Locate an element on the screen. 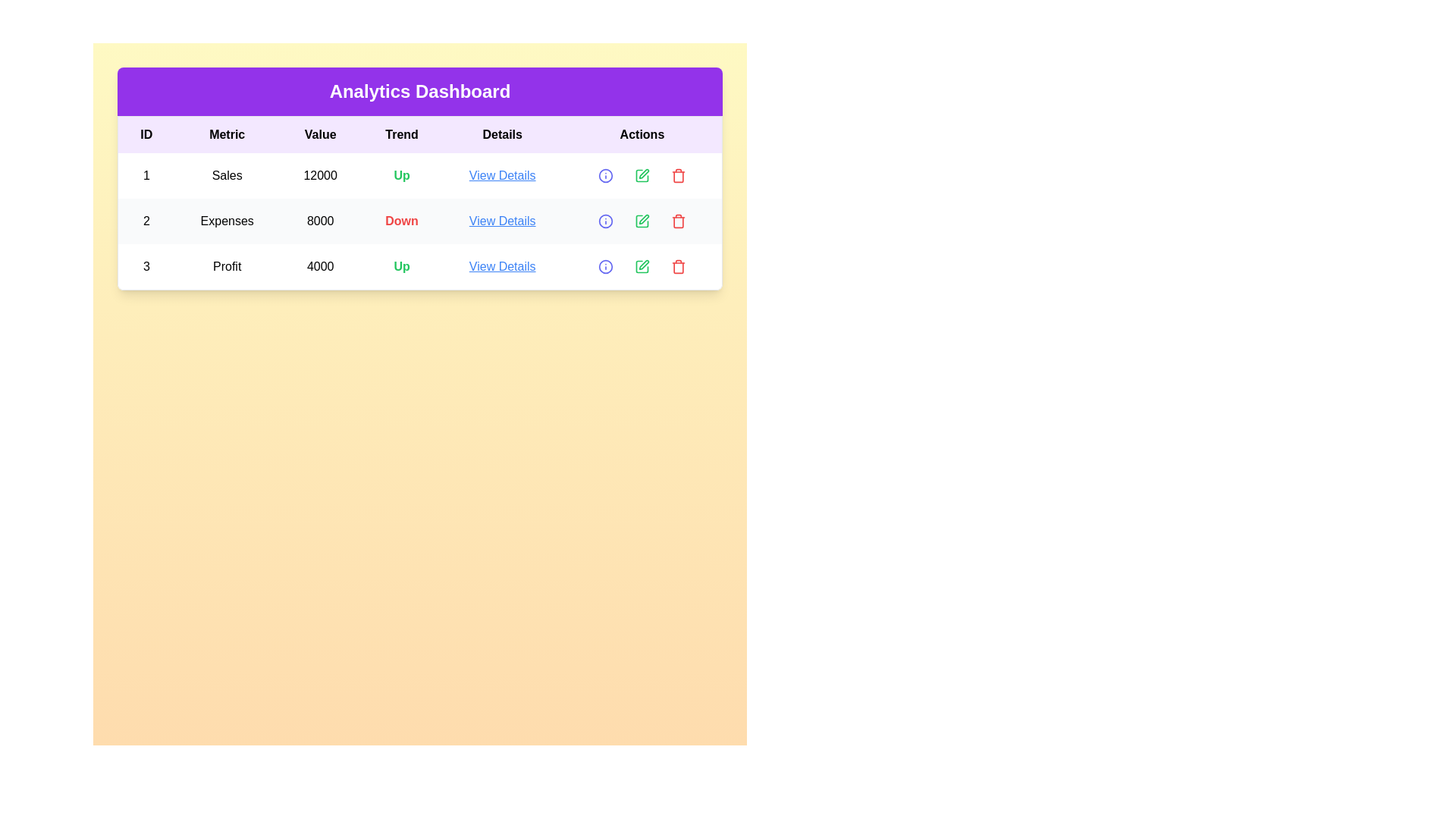 Image resolution: width=1456 pixels, height=819 pixels. the green pen icon button representing an edit action in the 'Actions' column of the 'Expenses' row is located at coordinates (642, 221).